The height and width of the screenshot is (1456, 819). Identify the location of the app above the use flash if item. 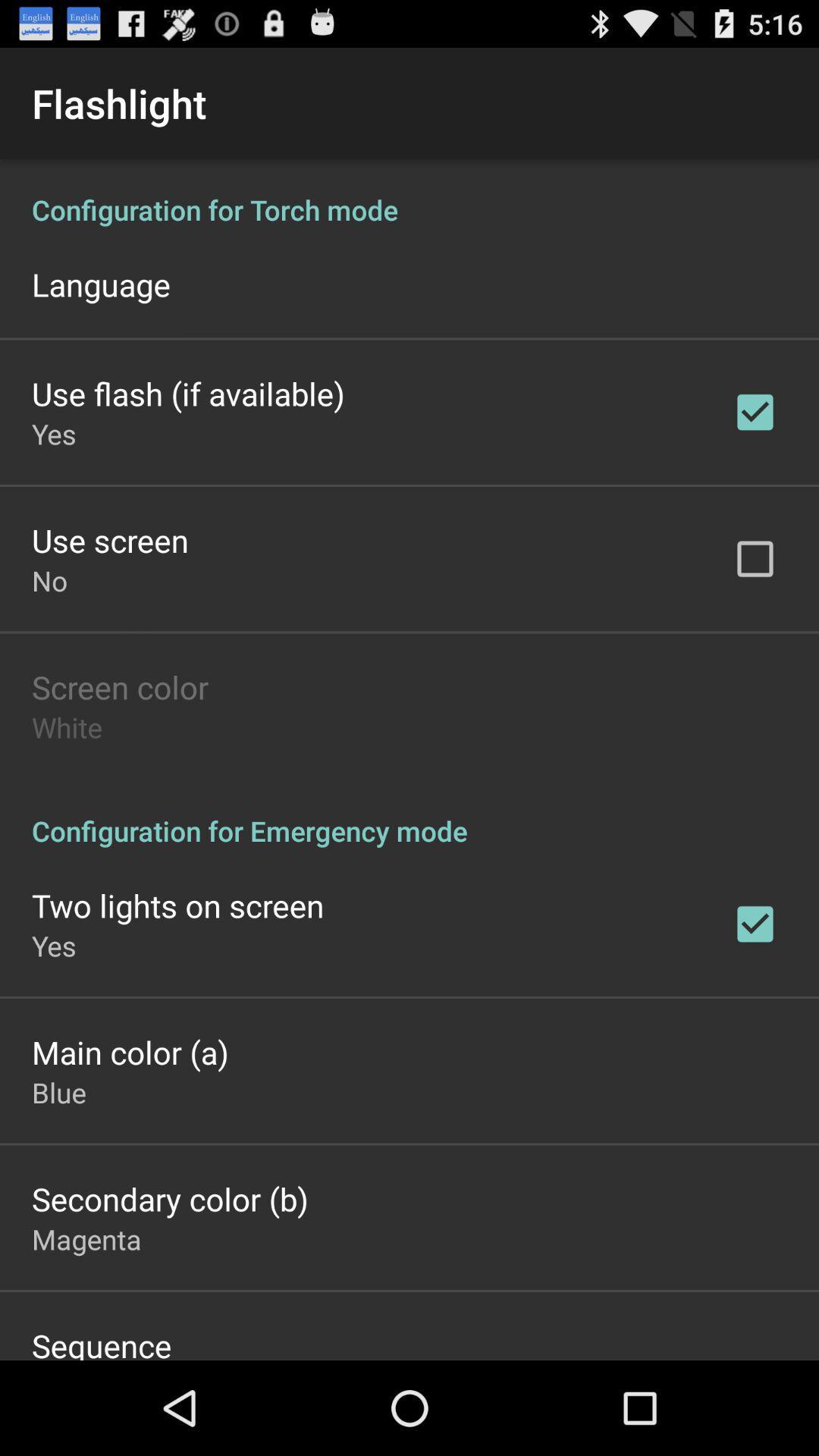
(101, 284).